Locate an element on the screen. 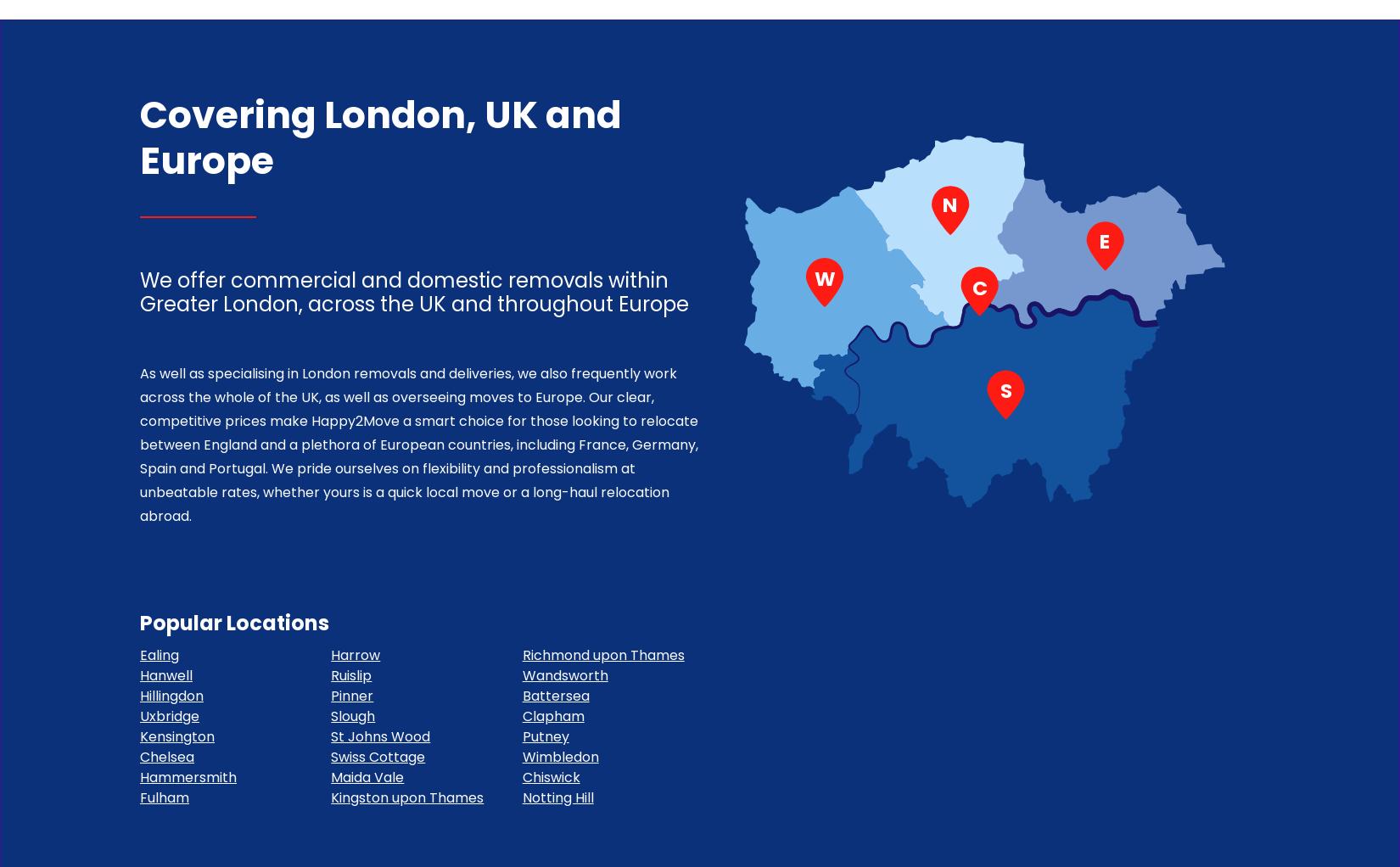 Image resolution: width=1400 pixels, height=867 pixels. 'Richmond upon Thames' is located at coordinates (602, 655).